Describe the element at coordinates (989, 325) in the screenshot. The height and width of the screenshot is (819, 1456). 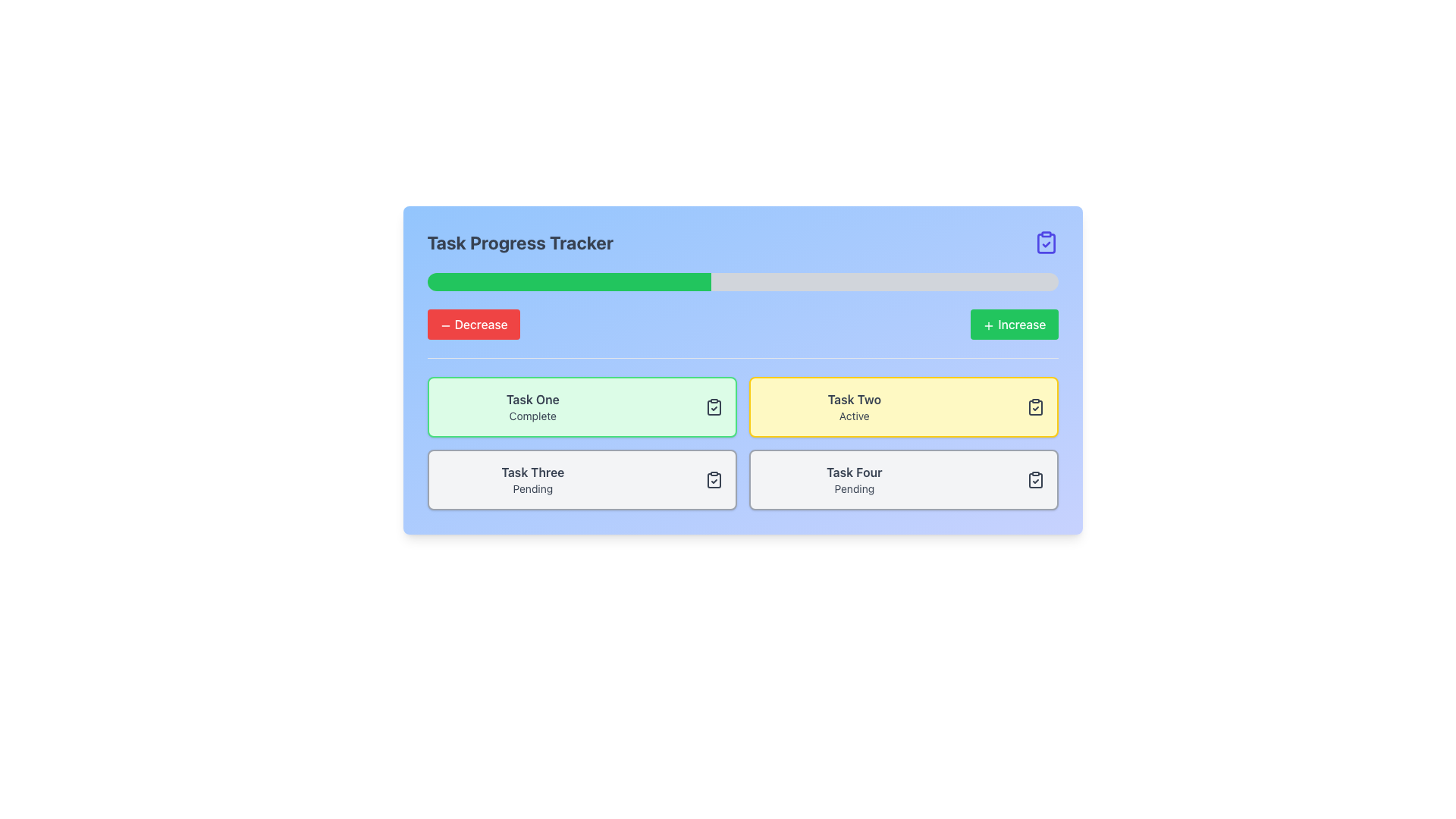
I see `the plus (+) icon within the 'Increase' button, which is located in the upper right section of the interface and has a green background` at that location.